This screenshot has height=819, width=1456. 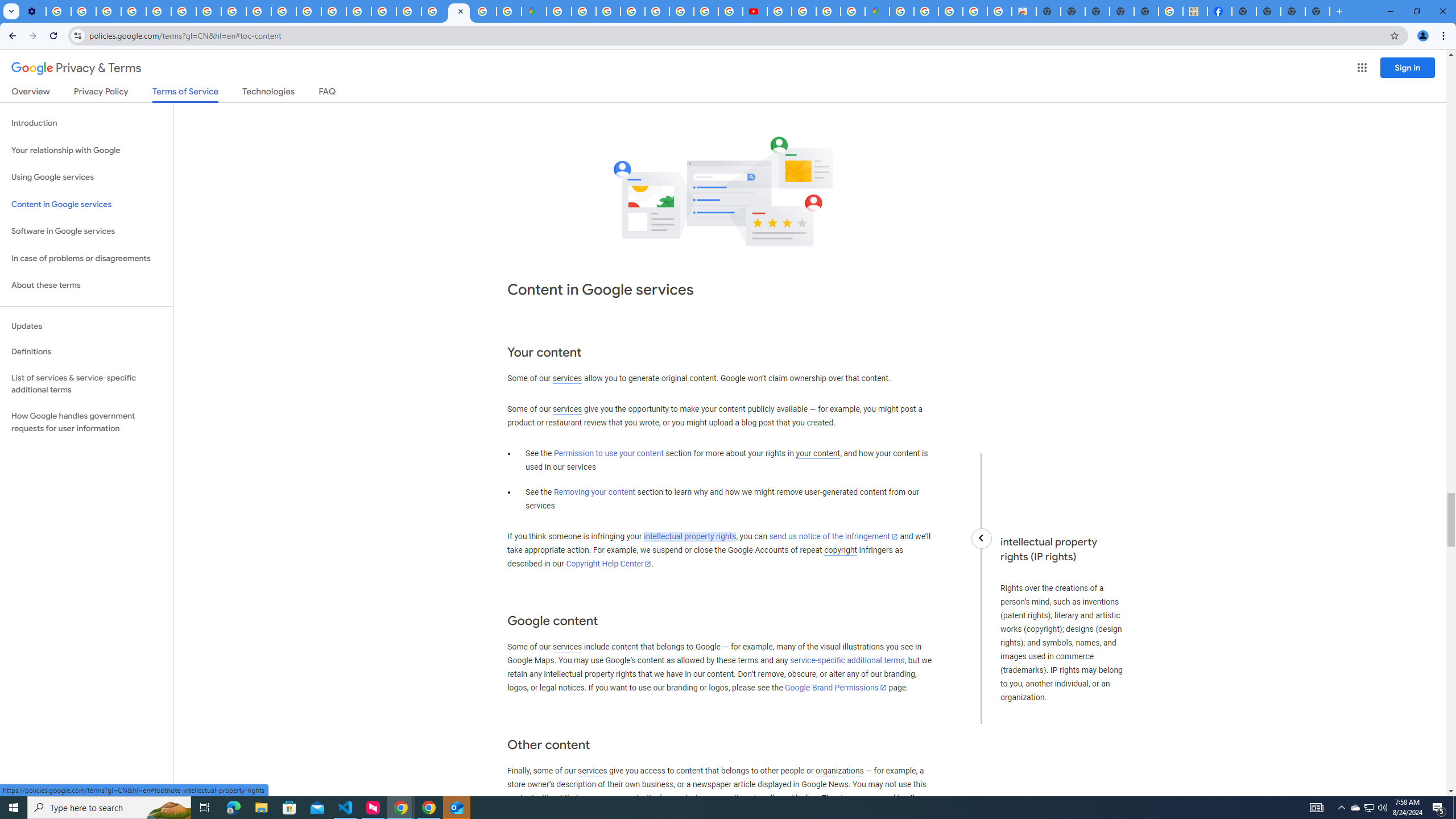 I want to click on 'Google Brand Permissions', so click(x=835, y=686).